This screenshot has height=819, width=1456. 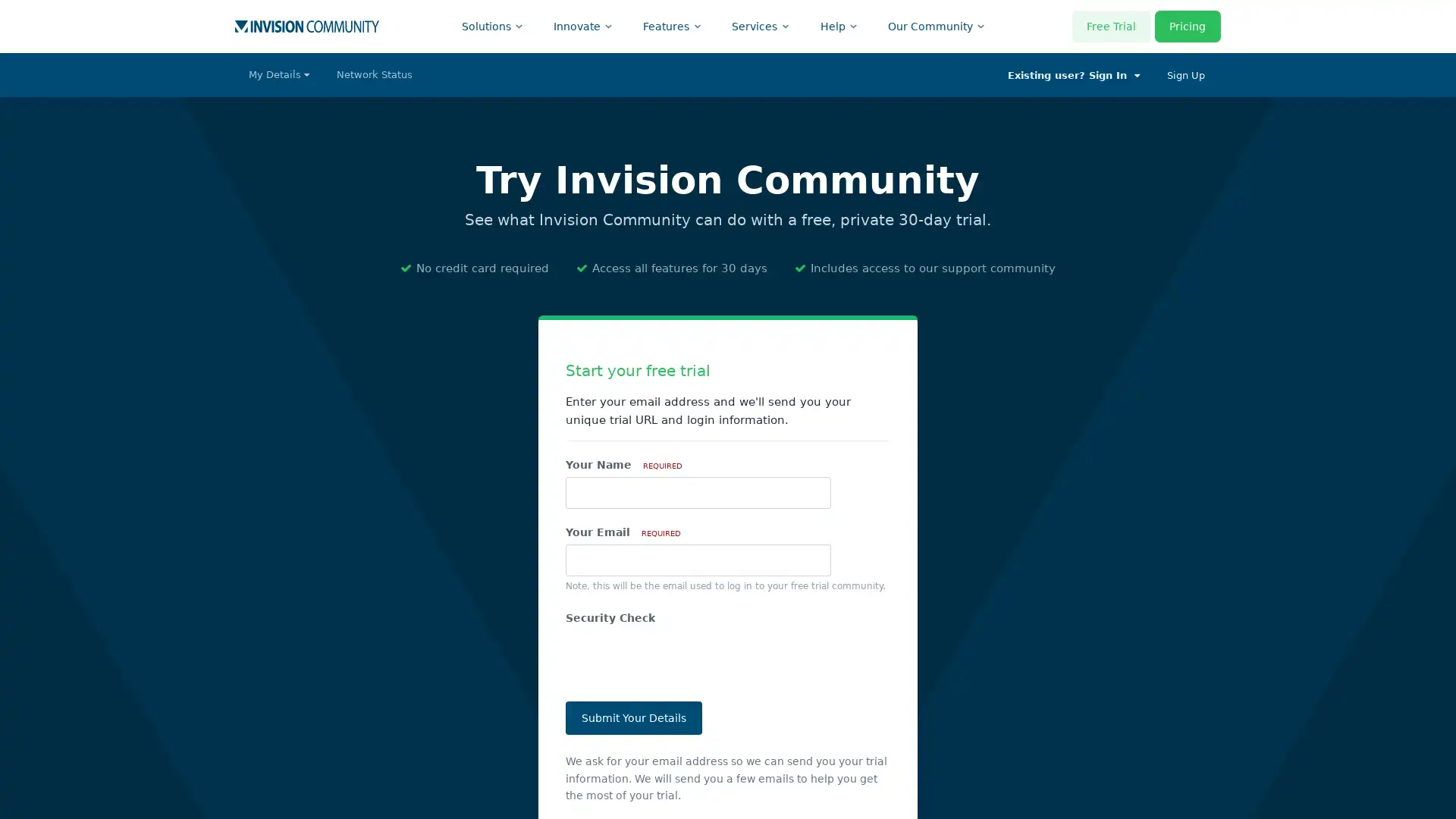 I want to click on Services, so click(x=761, y=26).